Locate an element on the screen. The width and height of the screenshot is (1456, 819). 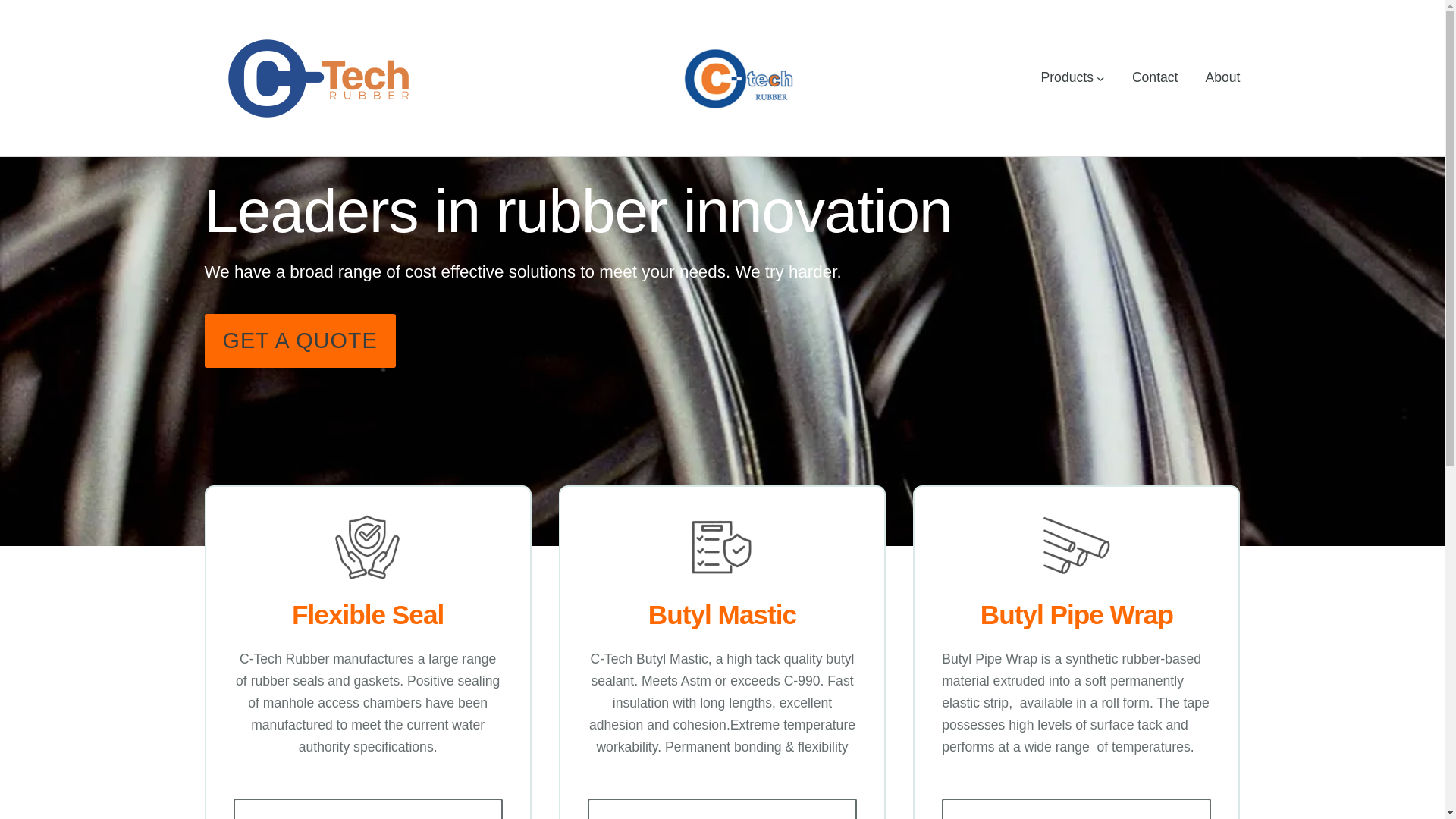
'Flexible Seal' is located at coordinates (367, 614).